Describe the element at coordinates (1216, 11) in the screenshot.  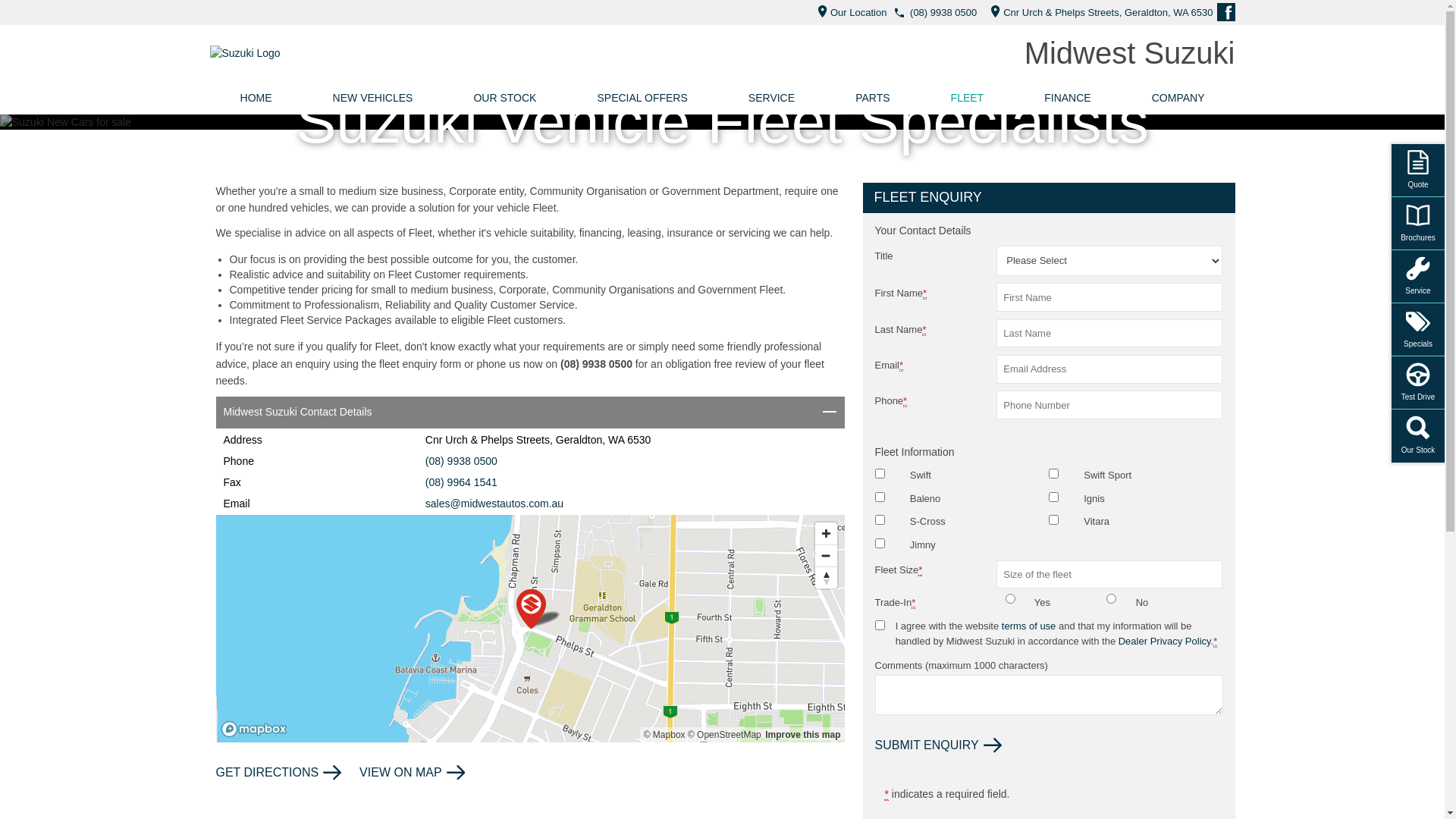
I see `'Facebook'` at that location.